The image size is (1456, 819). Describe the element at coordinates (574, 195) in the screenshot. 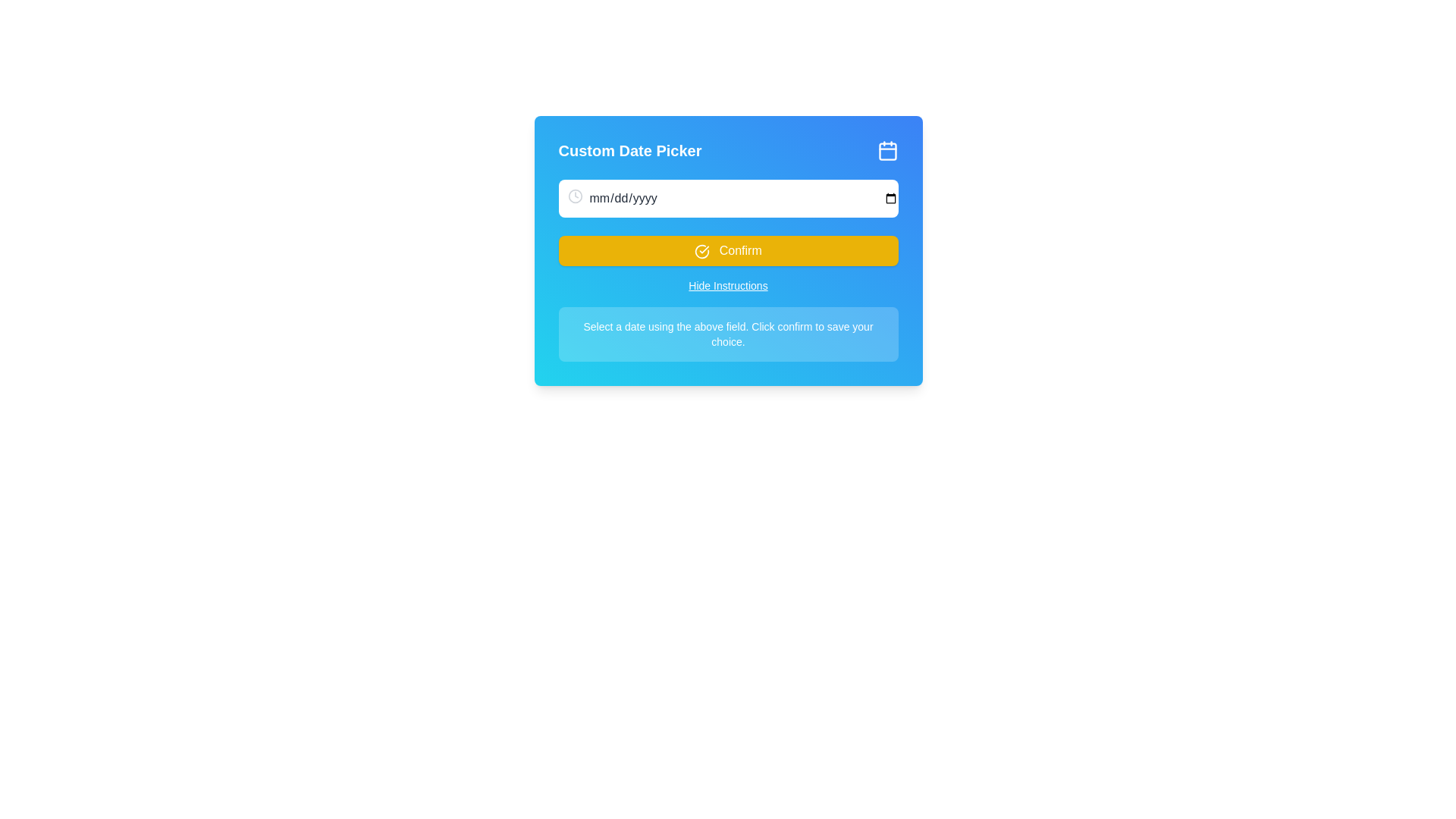

I see `the small gray clock icon located on the far left of the date input field in the 'Custom Date Picker' dialog` at that location.